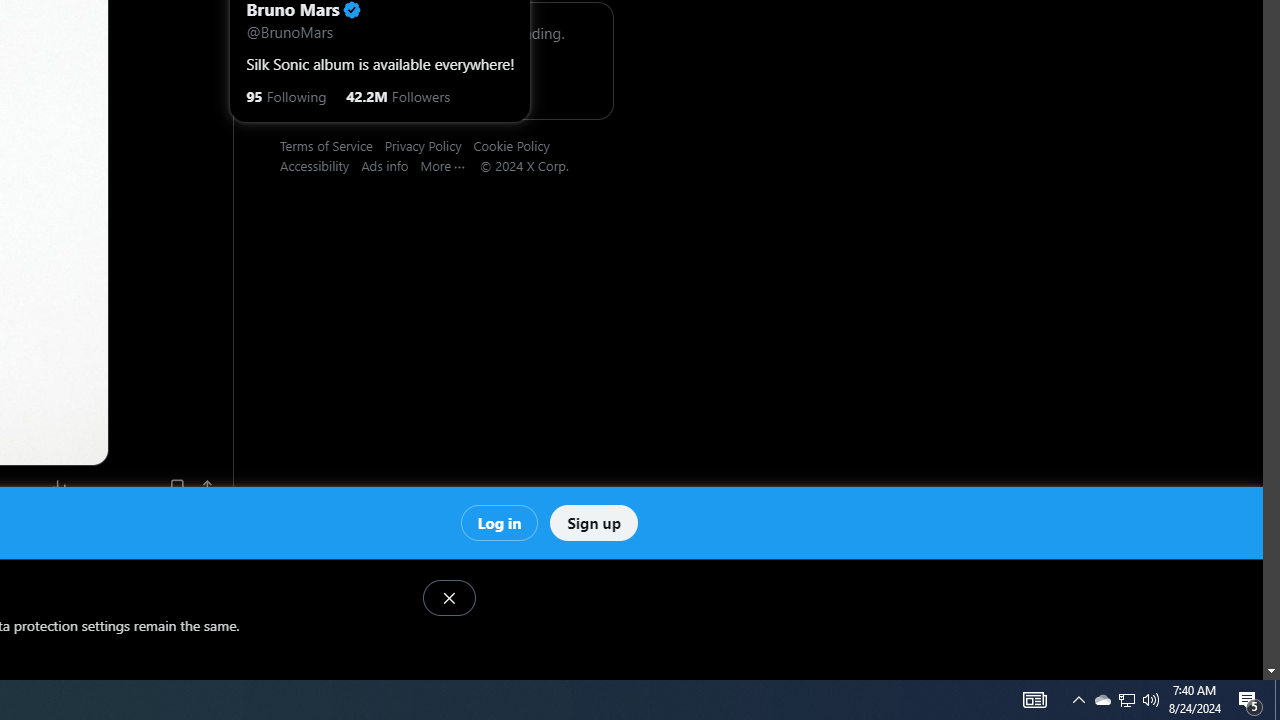 The image size is (1280, 720). Describe the element at coordinates (592, 521) in the screenshot. I see `'Sign up'` at that location.